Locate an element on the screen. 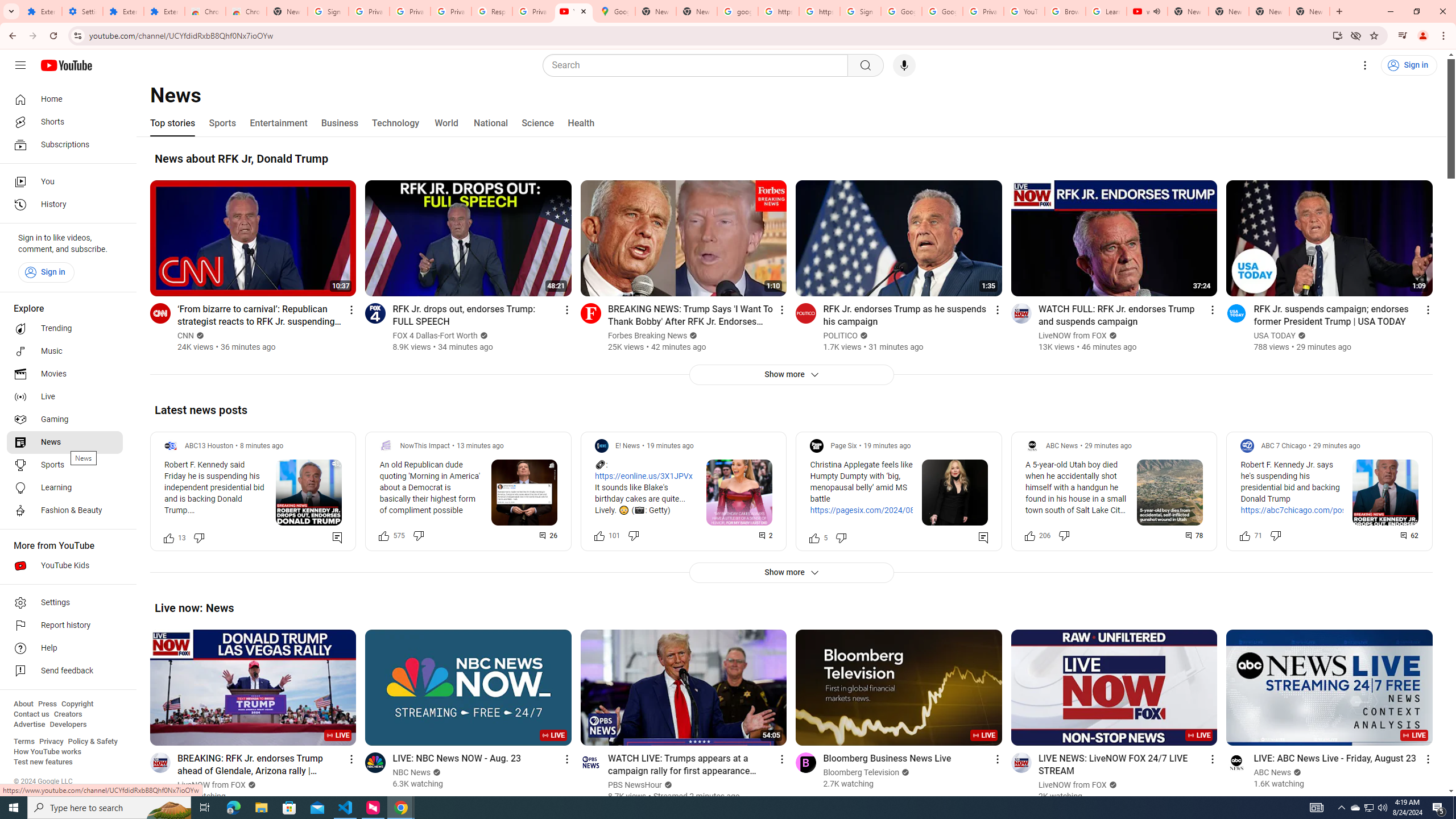  'Third-party cookies blocked' is located at coordinates (1356, 35).